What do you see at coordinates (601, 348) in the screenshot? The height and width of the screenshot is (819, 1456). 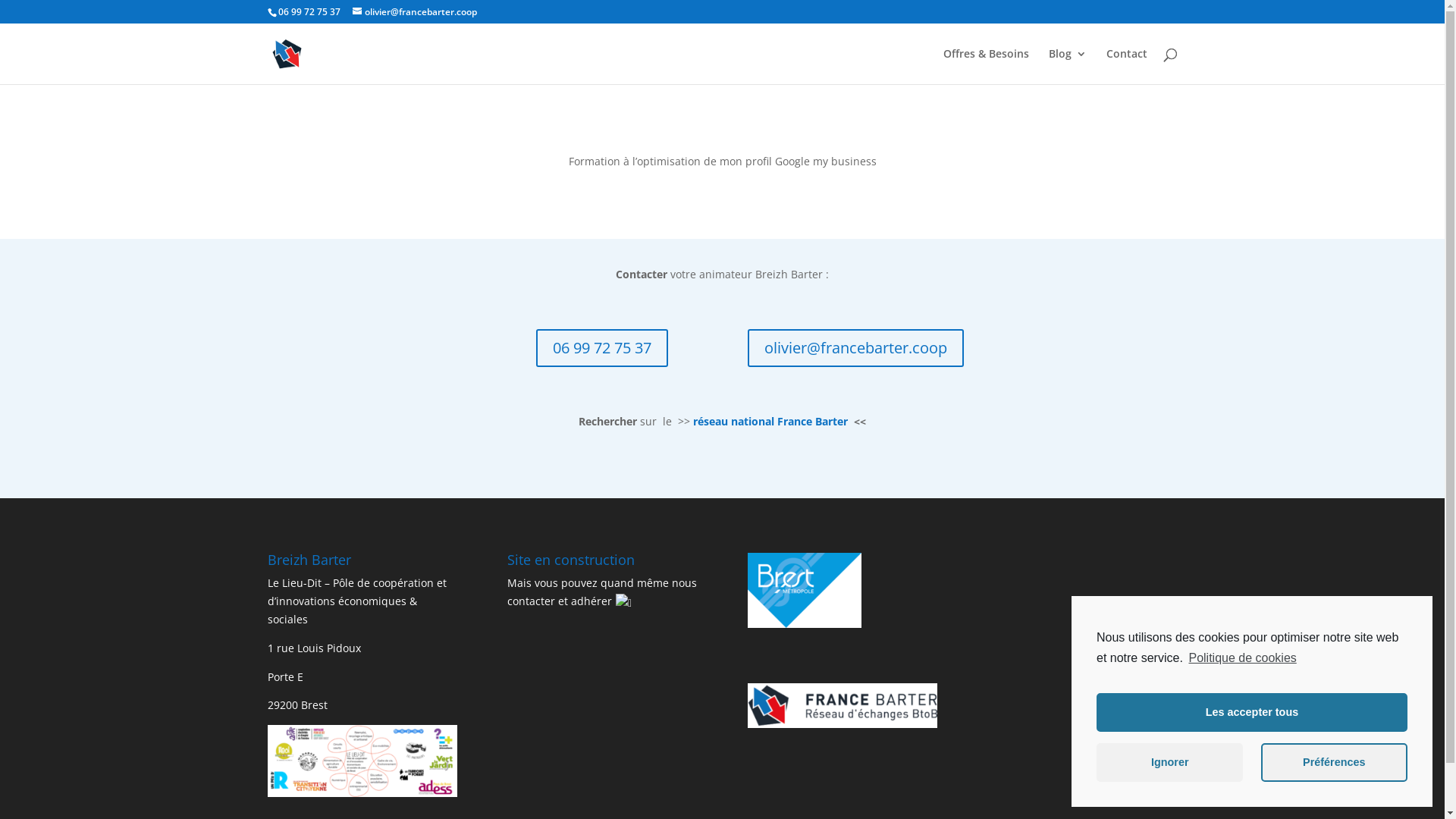 I see `'06 99 72 75 37'` at bounding box center [601, 348].